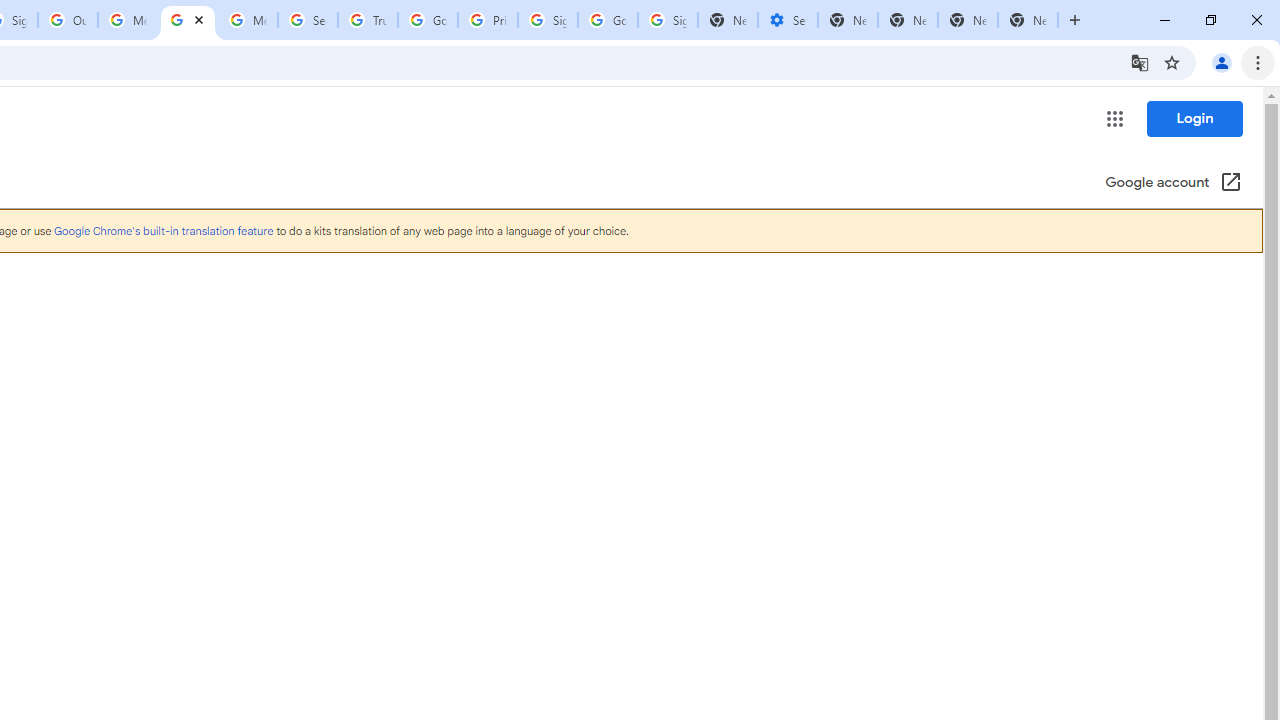  I want to click on 'You', so click(1220, 61).